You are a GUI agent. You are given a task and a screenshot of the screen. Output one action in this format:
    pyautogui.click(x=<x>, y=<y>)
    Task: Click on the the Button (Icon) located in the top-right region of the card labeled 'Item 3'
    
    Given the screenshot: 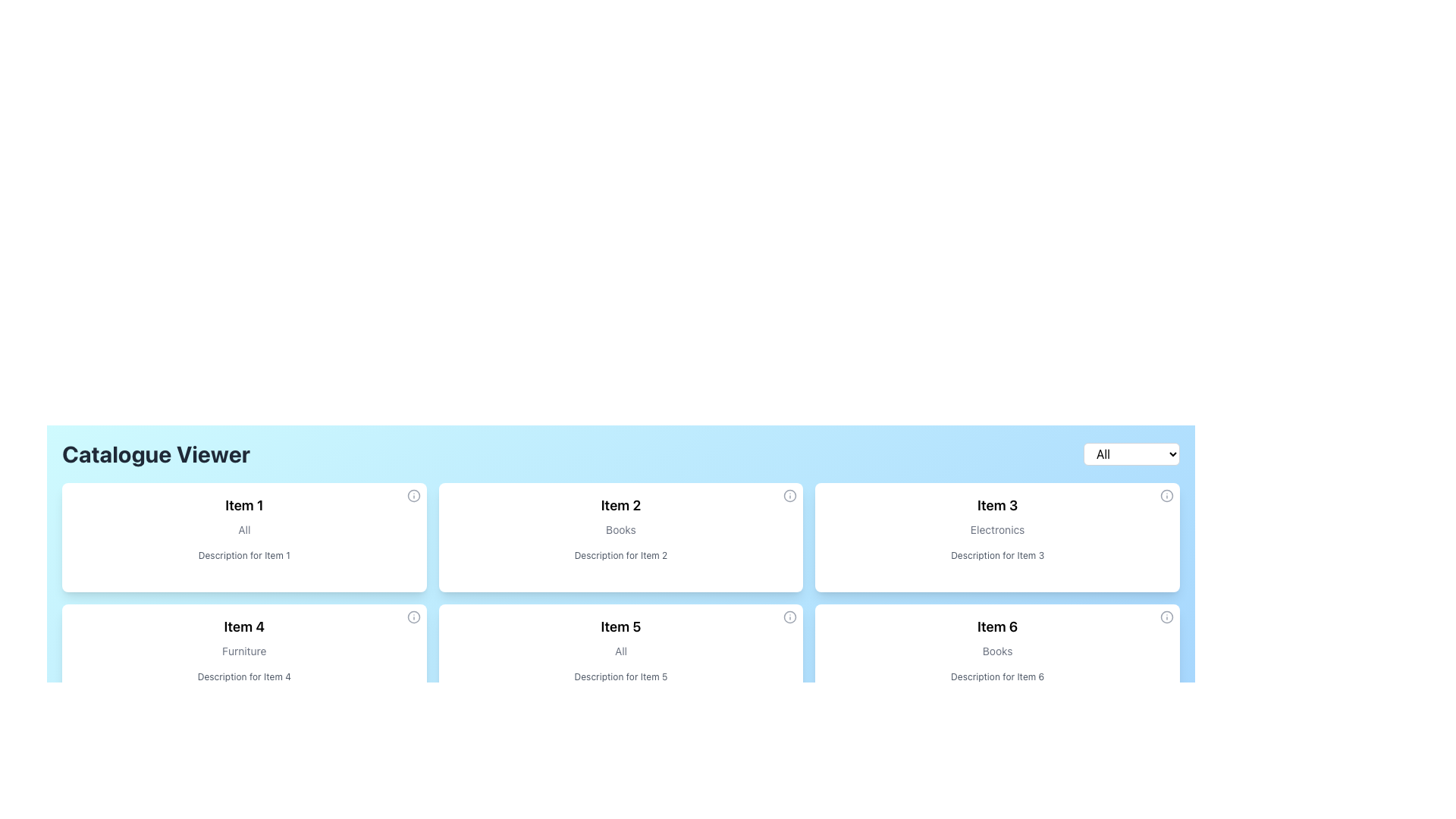 What is the action you would take?
    pyautogui.click(x=1166, y=496)
    